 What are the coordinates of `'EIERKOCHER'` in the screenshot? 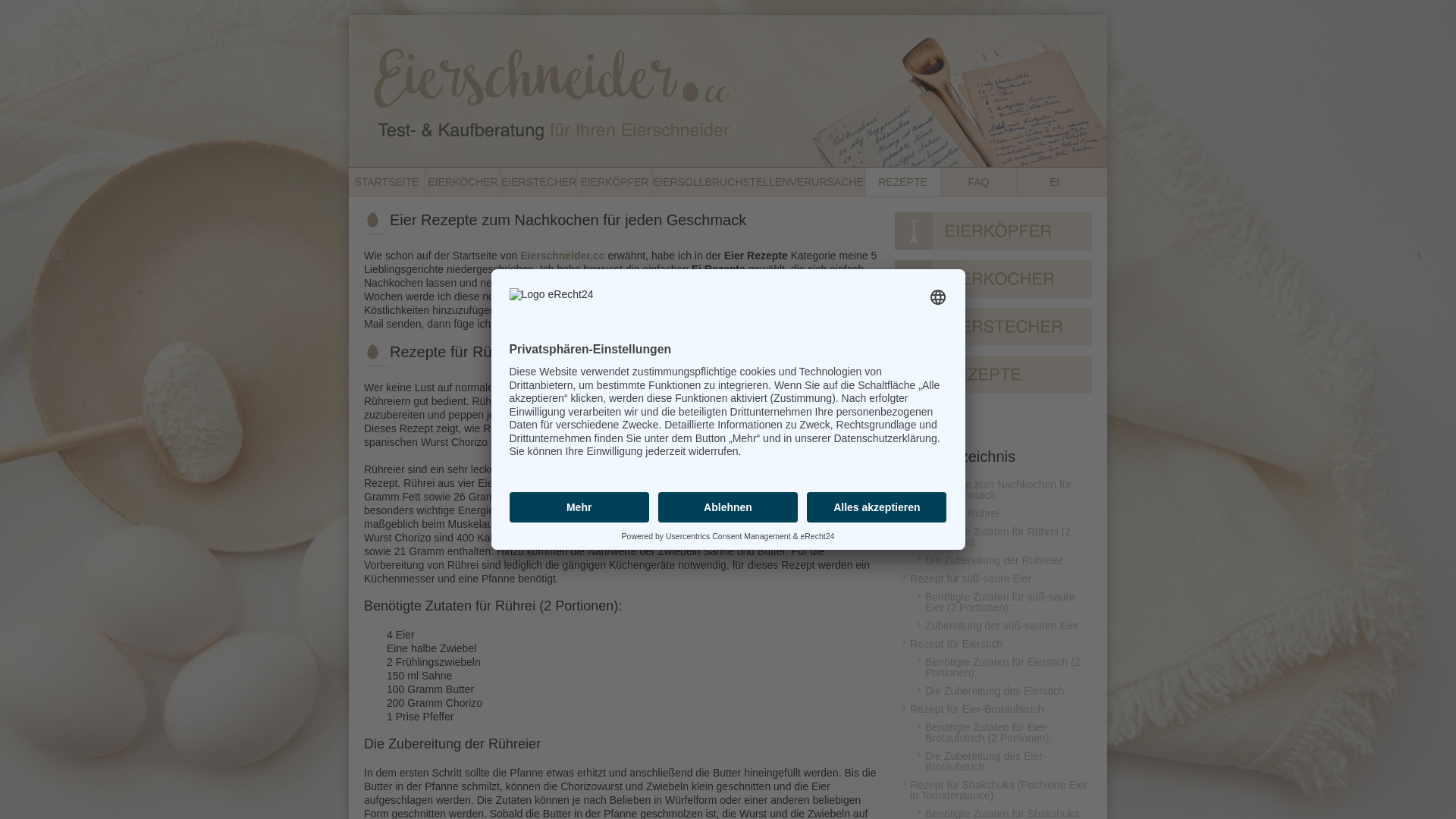 It's located at (461, 180).